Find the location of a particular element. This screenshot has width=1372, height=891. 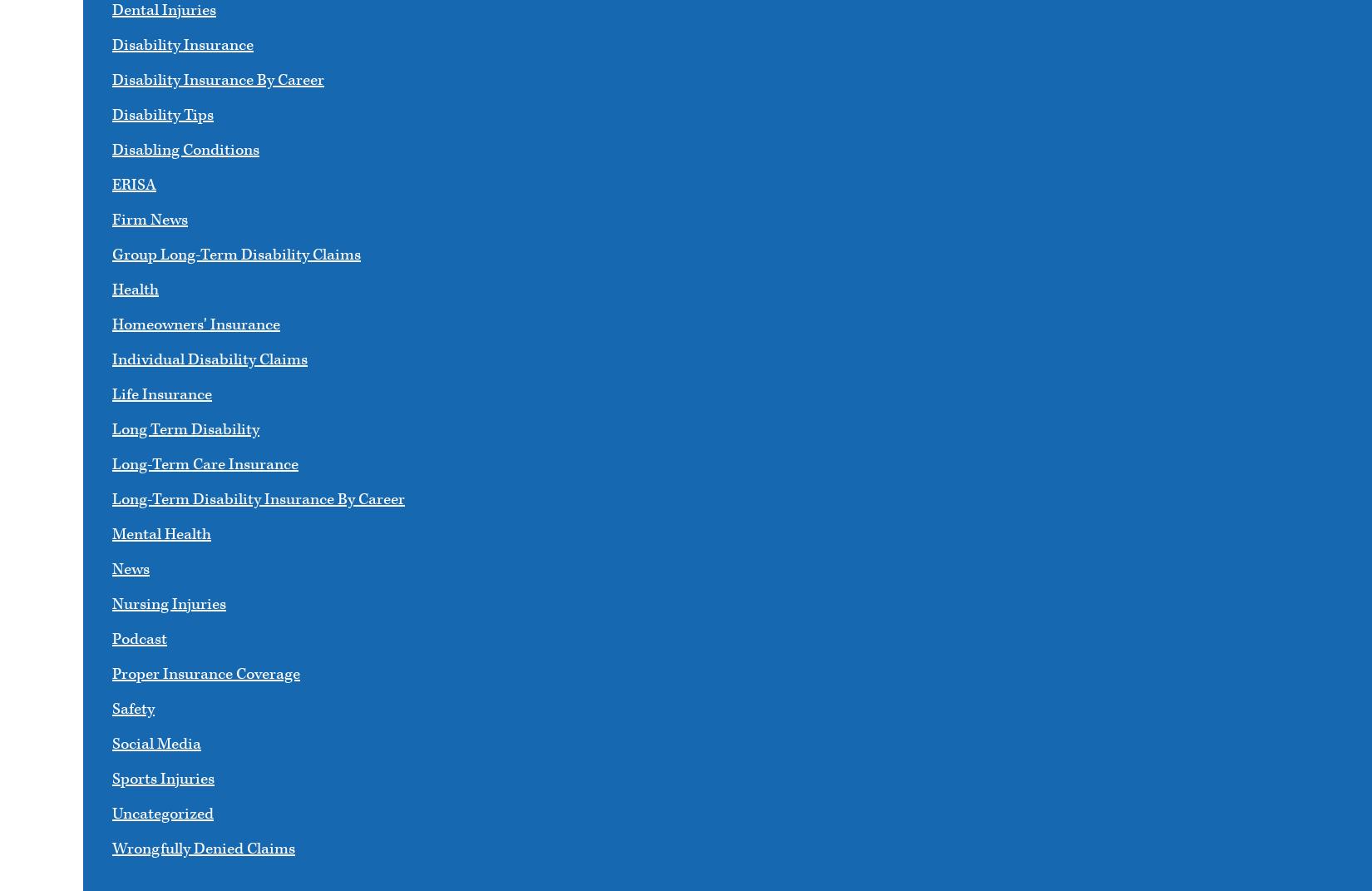

'Mental Health' is located at coordinates (161, 533).